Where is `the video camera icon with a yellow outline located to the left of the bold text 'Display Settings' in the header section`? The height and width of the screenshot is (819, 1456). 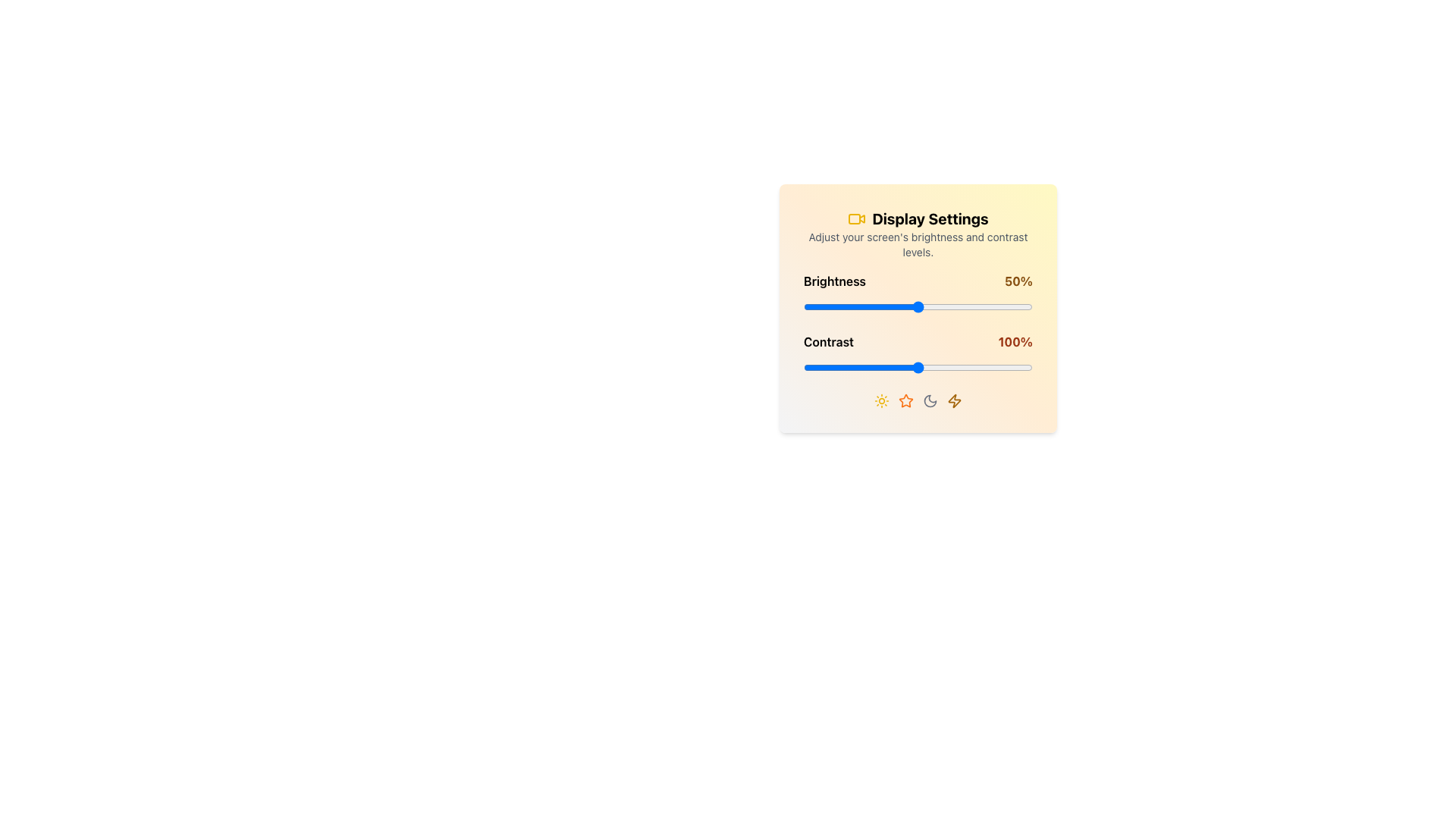
the video camera icon with a yellow outline located to the left of the bold text 'Display Settings' in the header section is located at coordinates (857, 219).